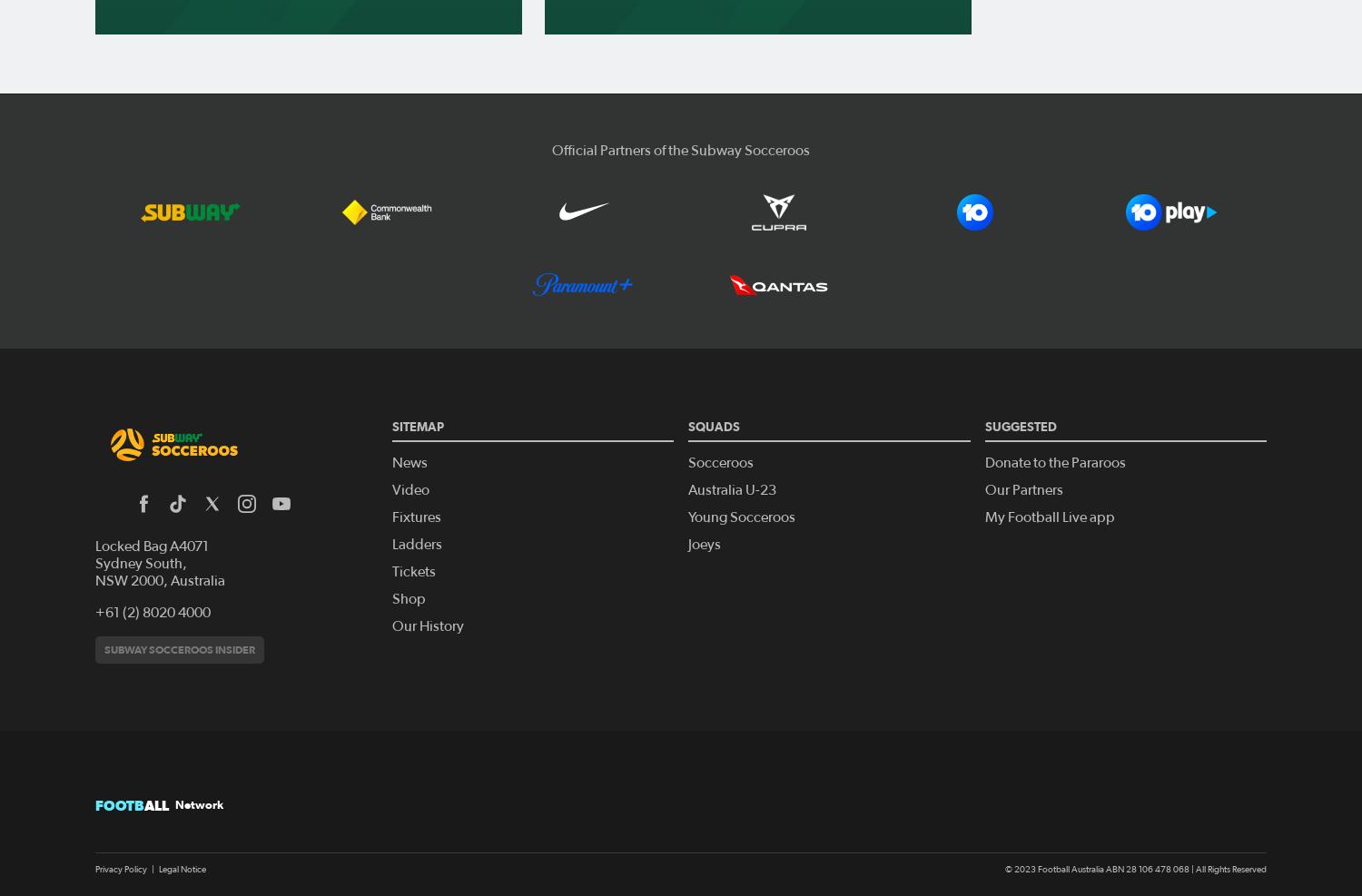 This screenshot has height=896, width=1362. What do you see at coordinates (408, 461) in the screenshot?
I see `'News'` at bounding box center [408, 461].